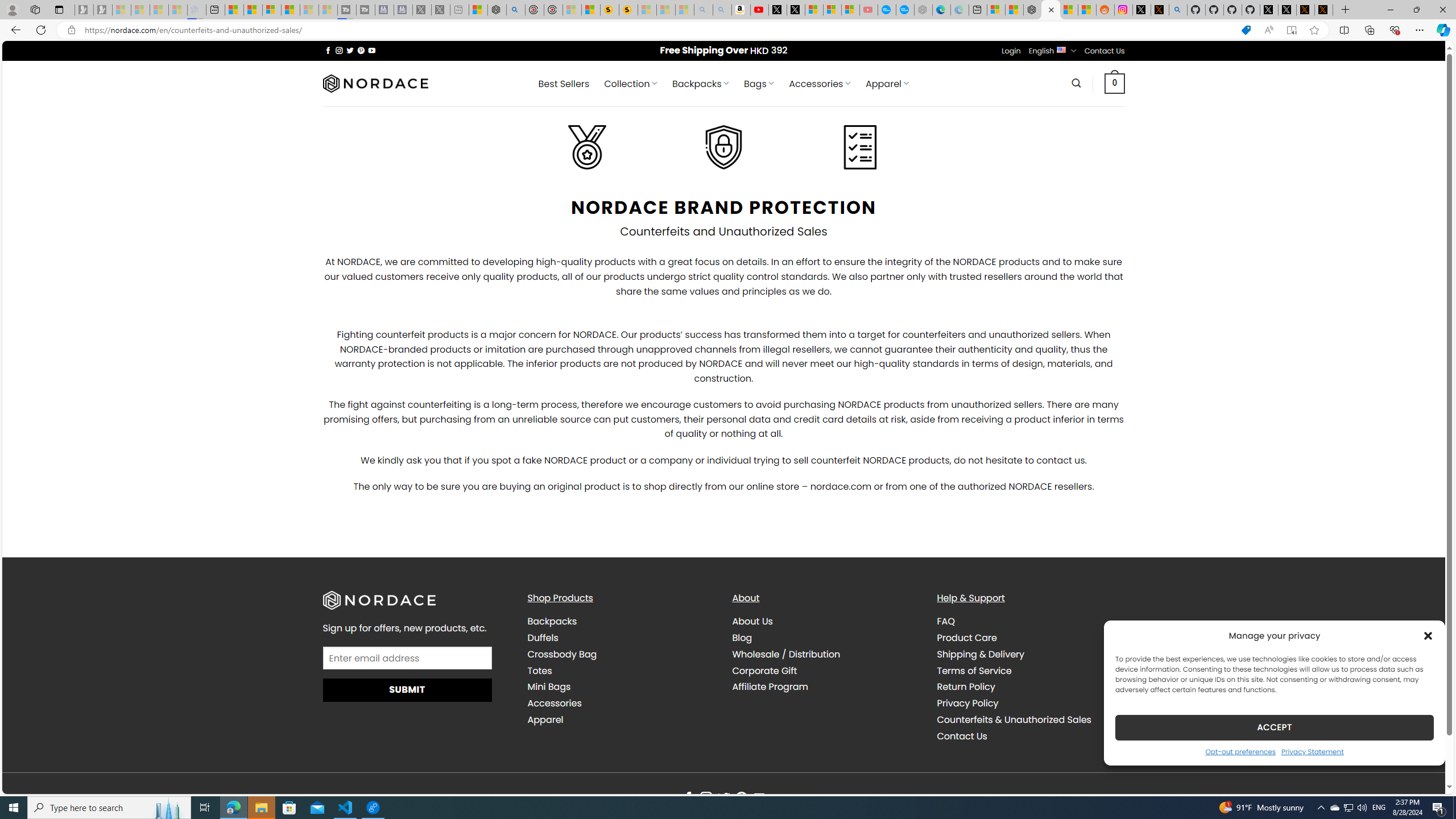 The height and width of the screenshot is (819, 1456). I want to click on 'Profile / X', so click(1268, 9).